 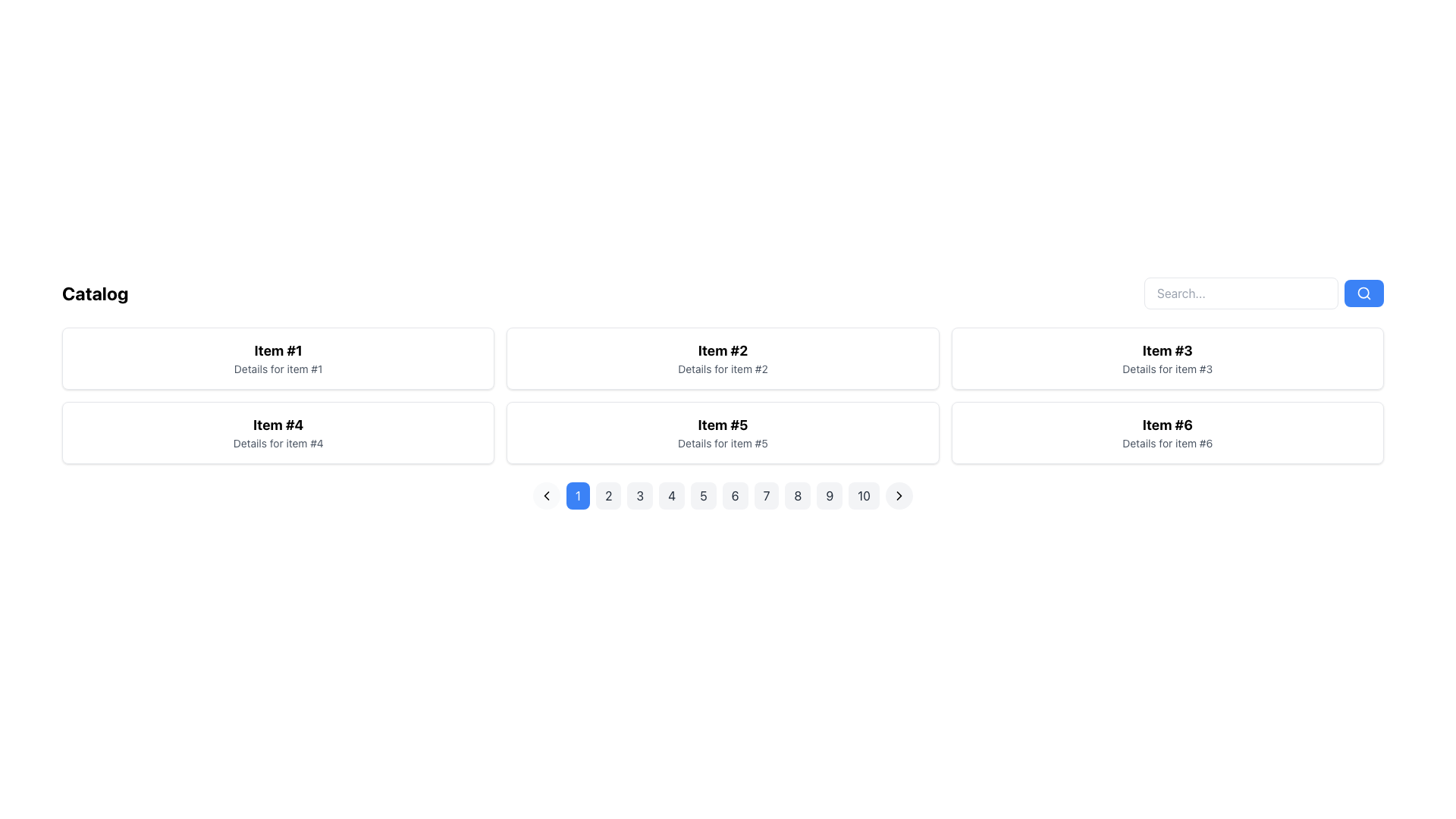 What do you see at coordinates (899, 496) in the screenshot?
I see `the right-pointing chevron icon in the pagination interface, which is located to the right of the number 10` at bounding box center [899, 496].